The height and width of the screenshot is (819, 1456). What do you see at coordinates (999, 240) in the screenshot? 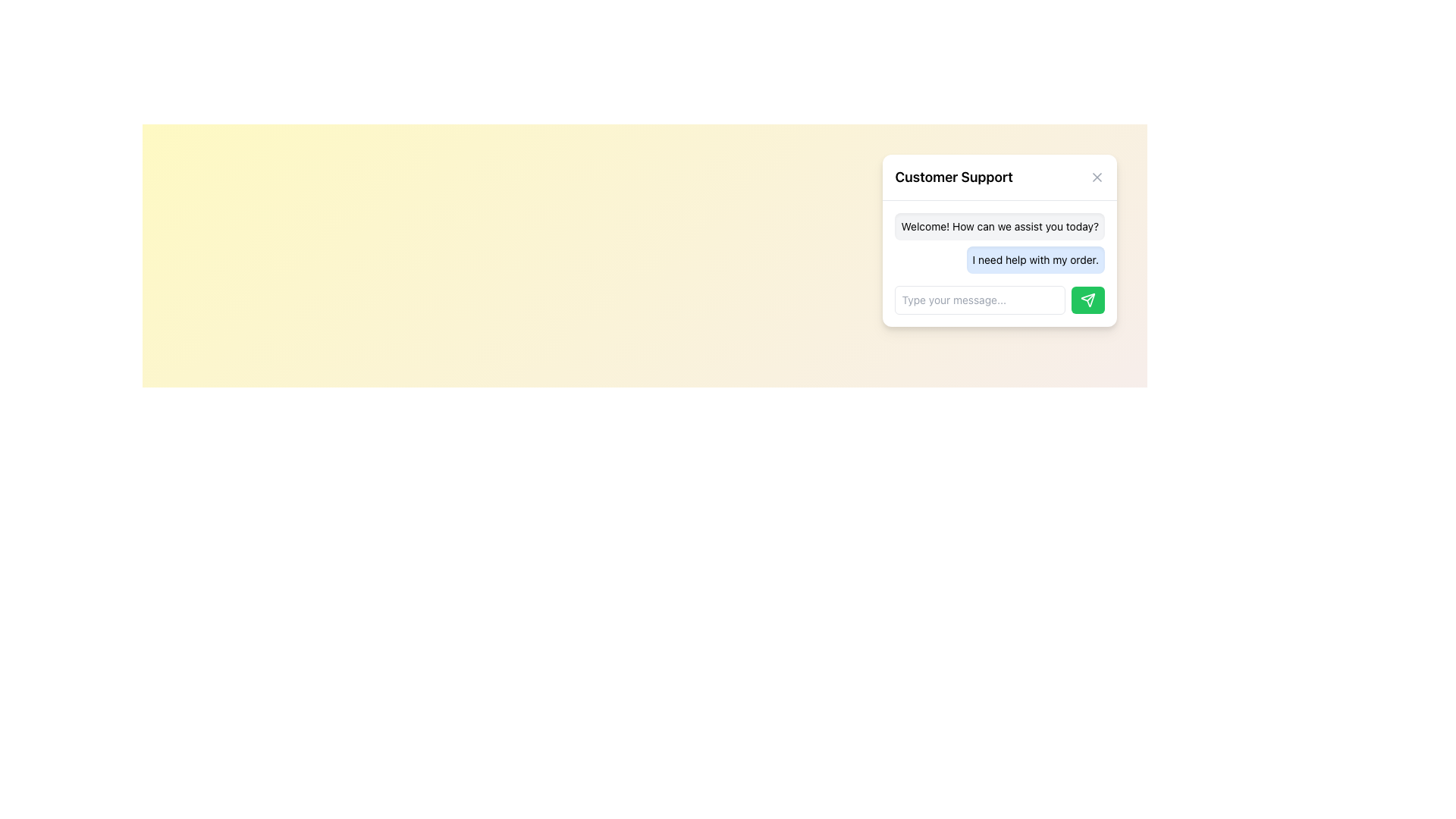
I see `the chat message bubble displaying a user query in the Customer Support interface, located in the top-right corner below the title` at bounding box center [999, 240].